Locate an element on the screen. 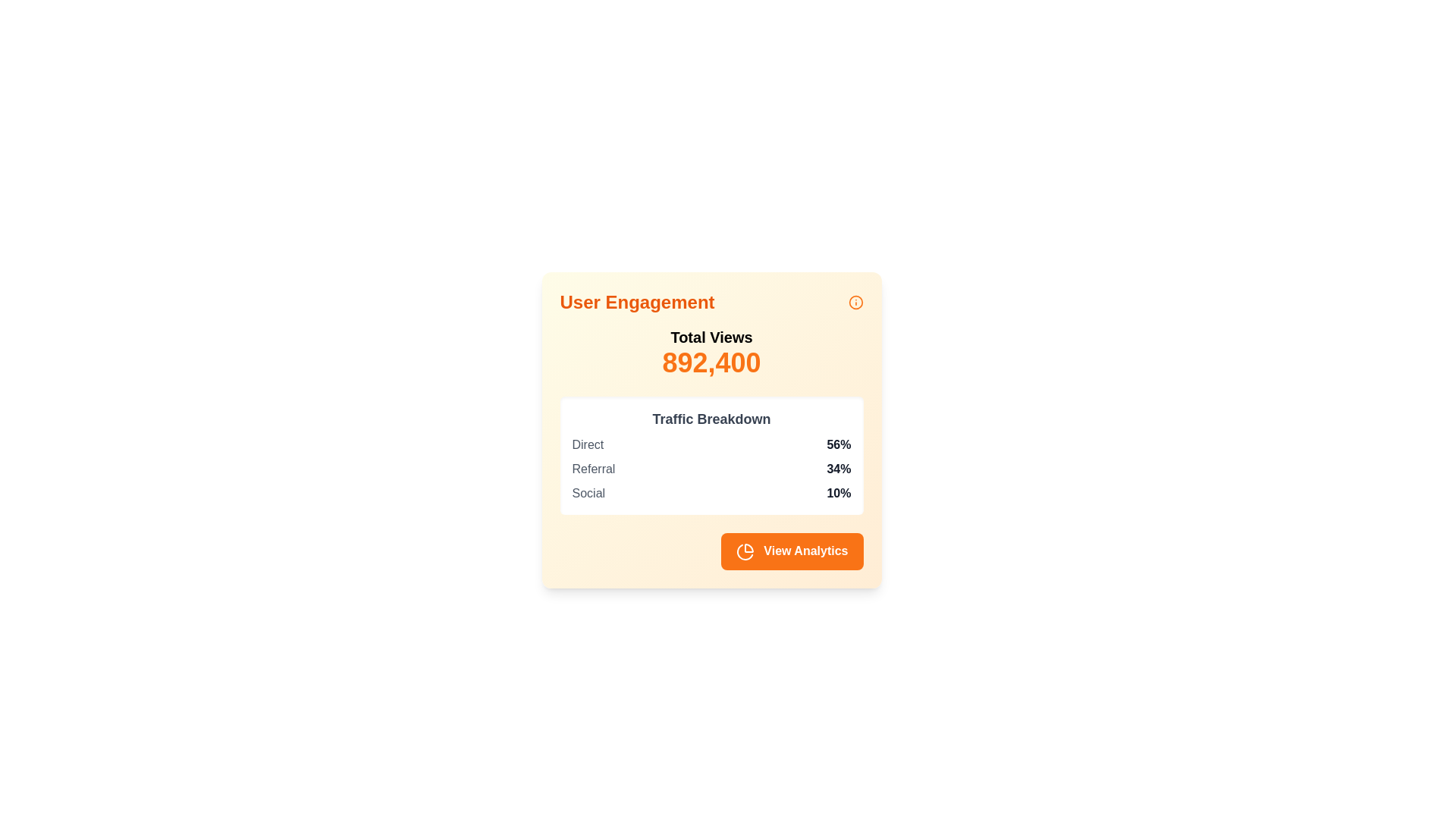 Image resolution: width=1456 pixels, height=819 pixels. the bold, black text displaying '56%' located in the traffic breakdown section, positioned to the right of the text 'Direct' is located at coordinates (838, 444).